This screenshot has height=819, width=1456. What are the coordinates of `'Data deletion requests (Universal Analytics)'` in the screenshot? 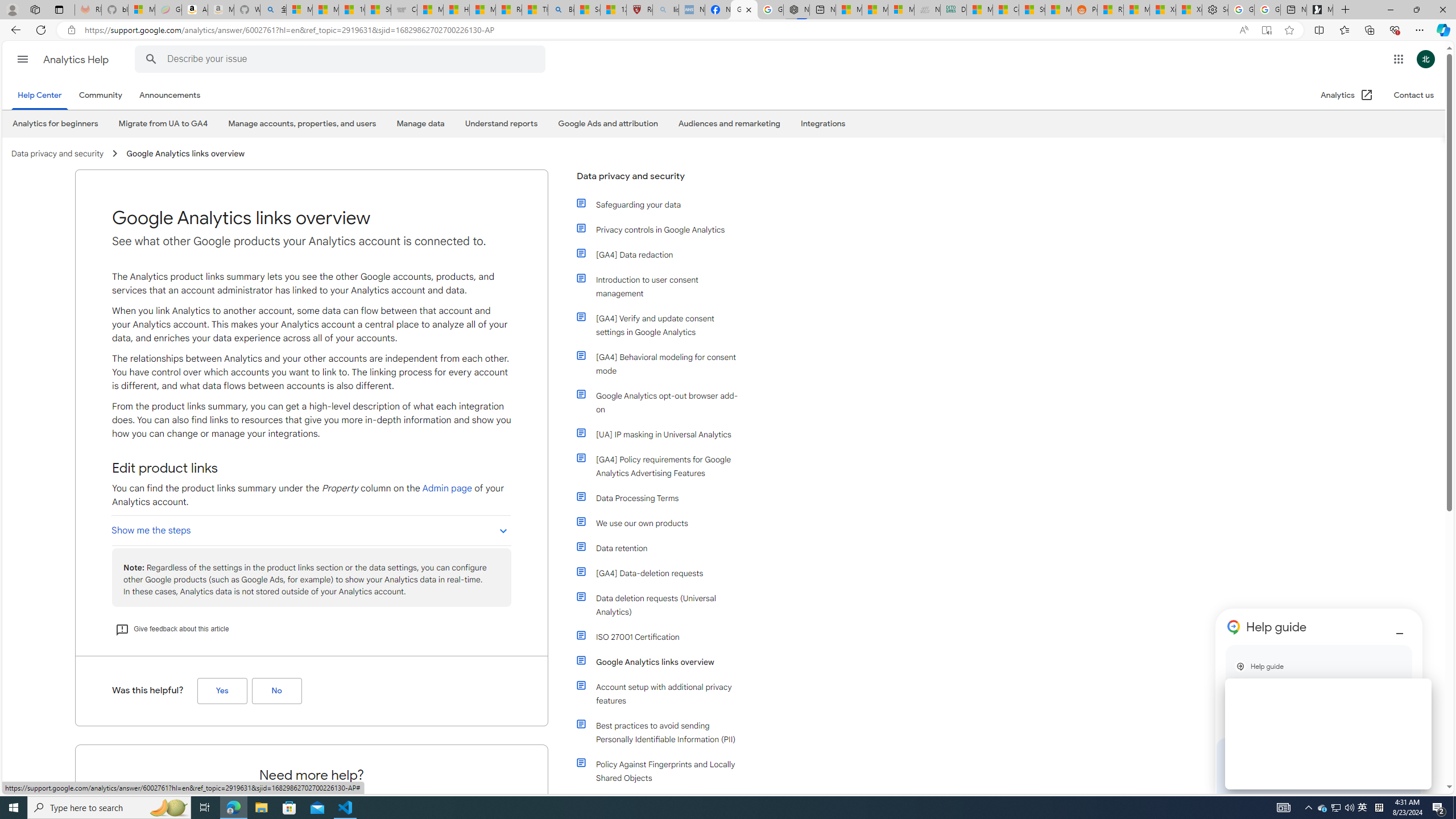 It's located at (658, 604).